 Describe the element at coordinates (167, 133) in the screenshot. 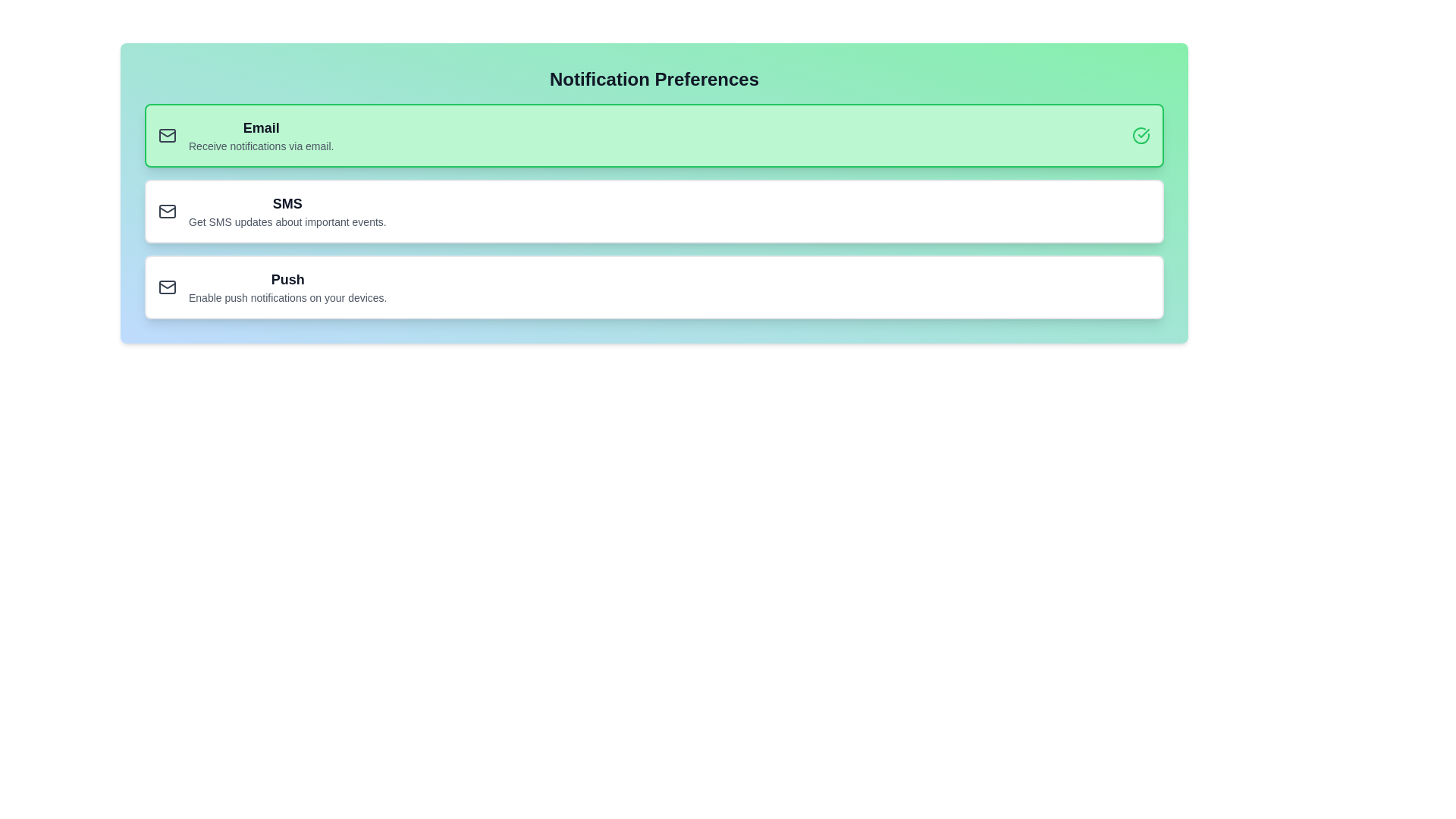

I see `the inner triangular line at the bottom folding edge of the envelope icon representing email notifications, located to the left of the 'Email' text in the first notification preference row` at that location.